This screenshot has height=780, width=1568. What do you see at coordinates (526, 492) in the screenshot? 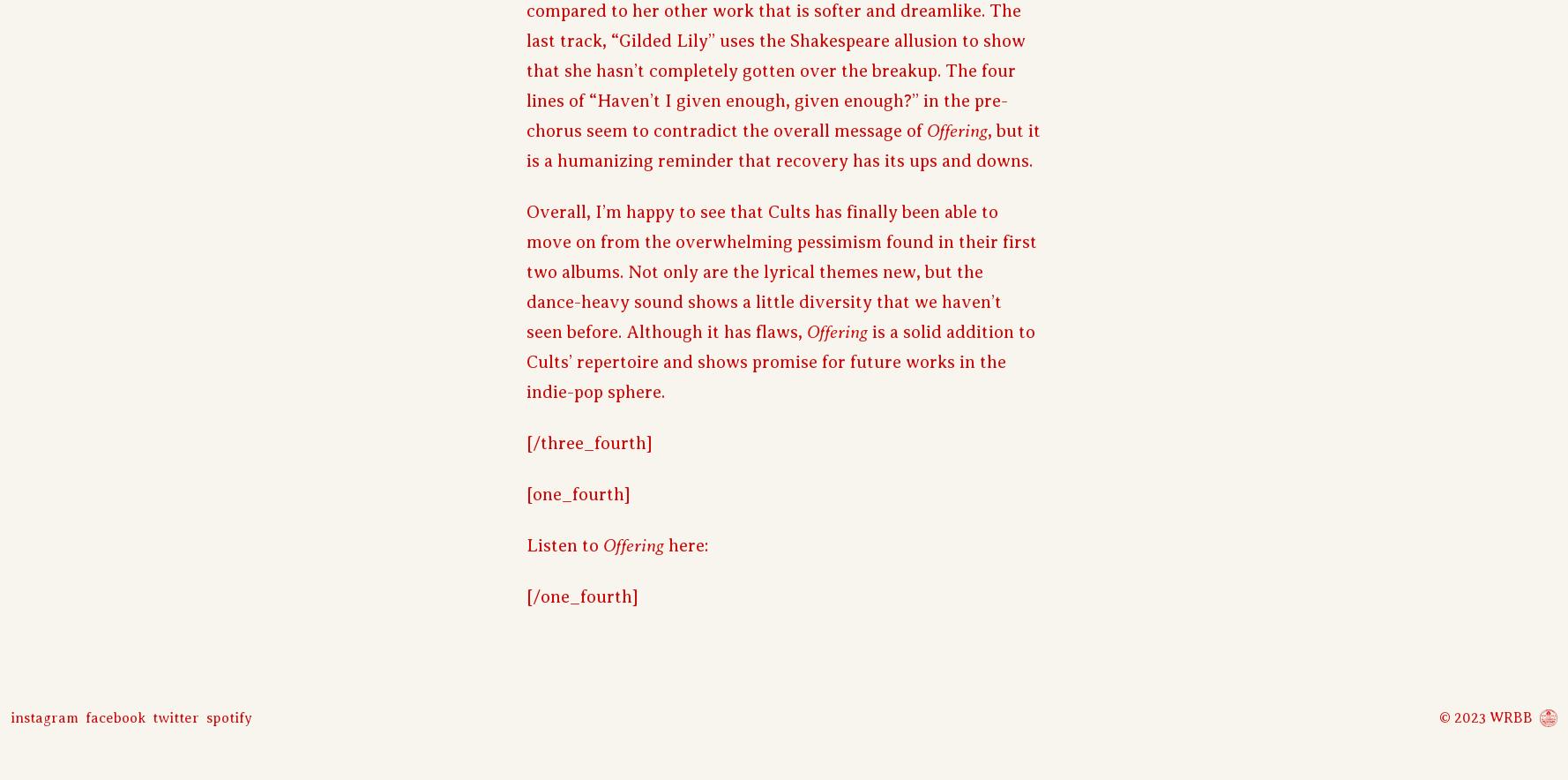
I see `'[one_fourth]'` at bounding box center [526, 492].